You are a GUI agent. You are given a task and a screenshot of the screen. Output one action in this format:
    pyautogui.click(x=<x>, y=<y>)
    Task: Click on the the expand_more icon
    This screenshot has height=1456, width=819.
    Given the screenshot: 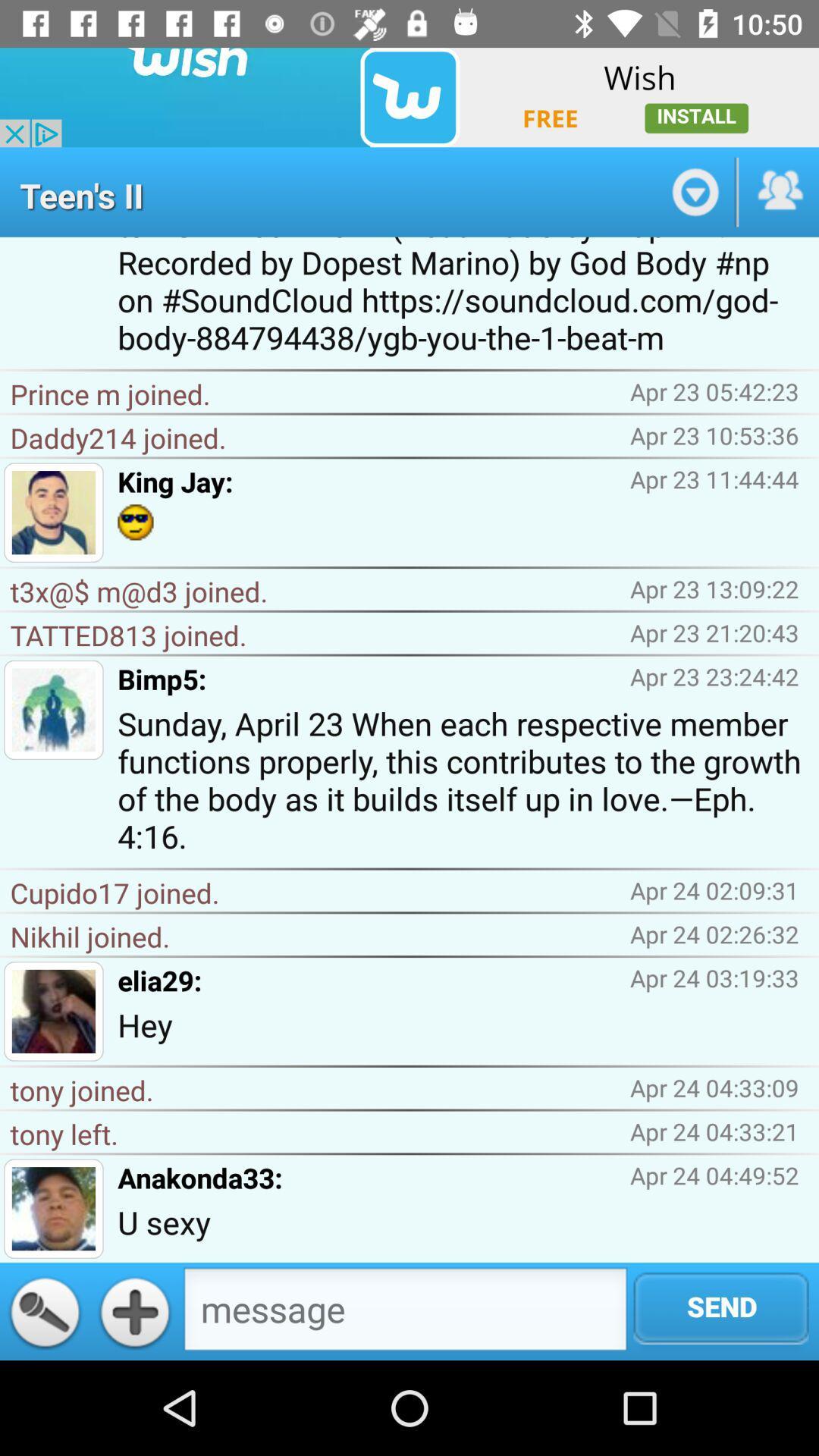 What is the action you would take?
    pyautogui.click(x=694, y=191)
    